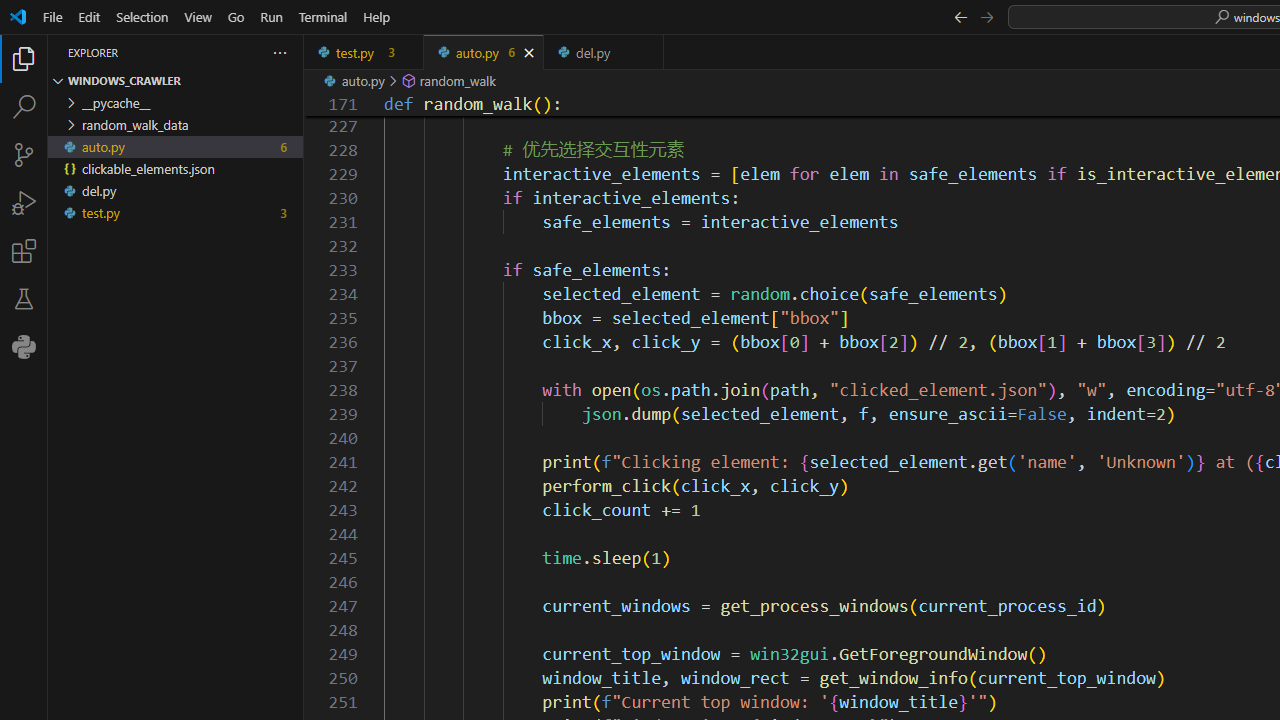 The image size is (1280, 720). I want to click on 'Extensions (Ctrl+Shift+X)', so click(24, 249).